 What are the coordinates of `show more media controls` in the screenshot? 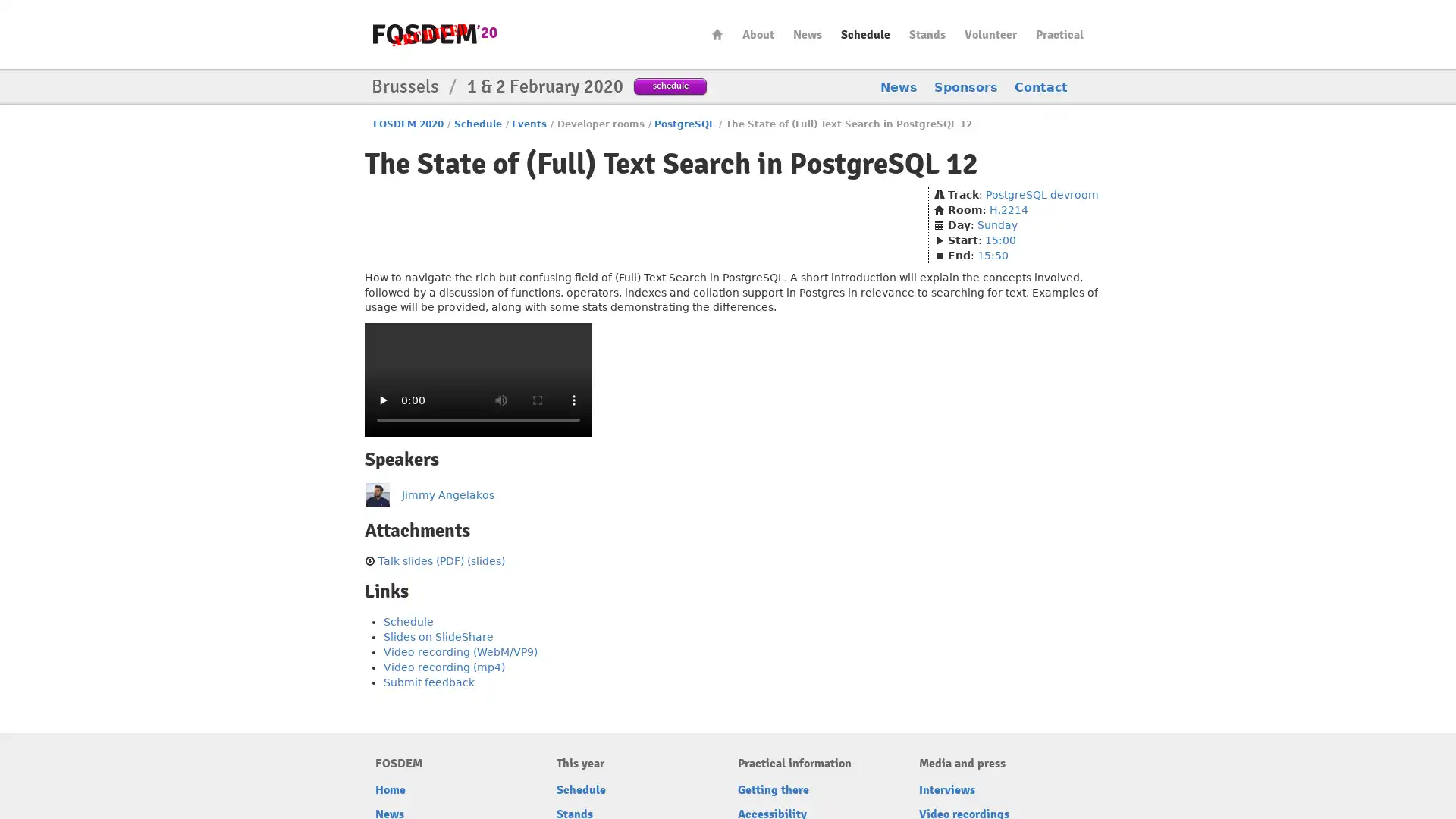 It's located at (573, 399).